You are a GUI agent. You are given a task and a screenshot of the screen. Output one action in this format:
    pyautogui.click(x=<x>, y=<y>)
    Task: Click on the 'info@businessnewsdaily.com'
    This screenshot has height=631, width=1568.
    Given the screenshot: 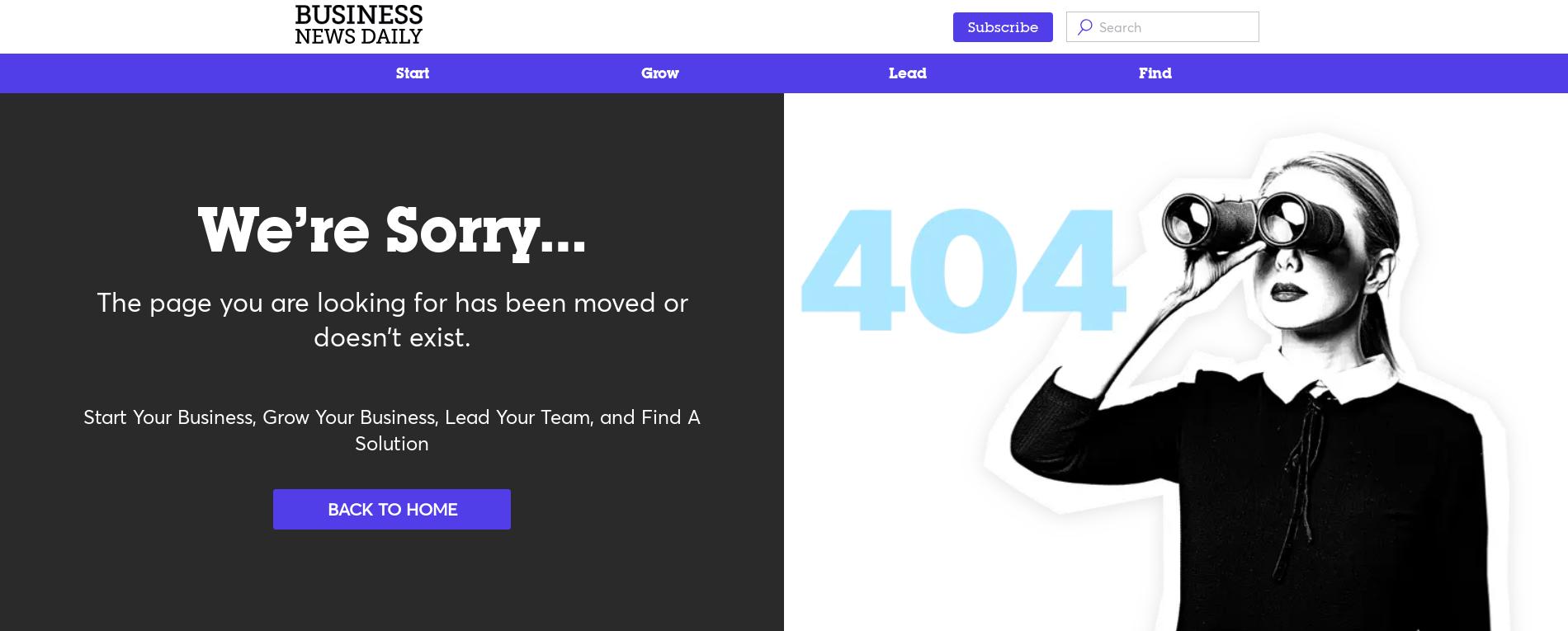 What is the action you would take?
    pyautogui.click(x=342, y=483)
    